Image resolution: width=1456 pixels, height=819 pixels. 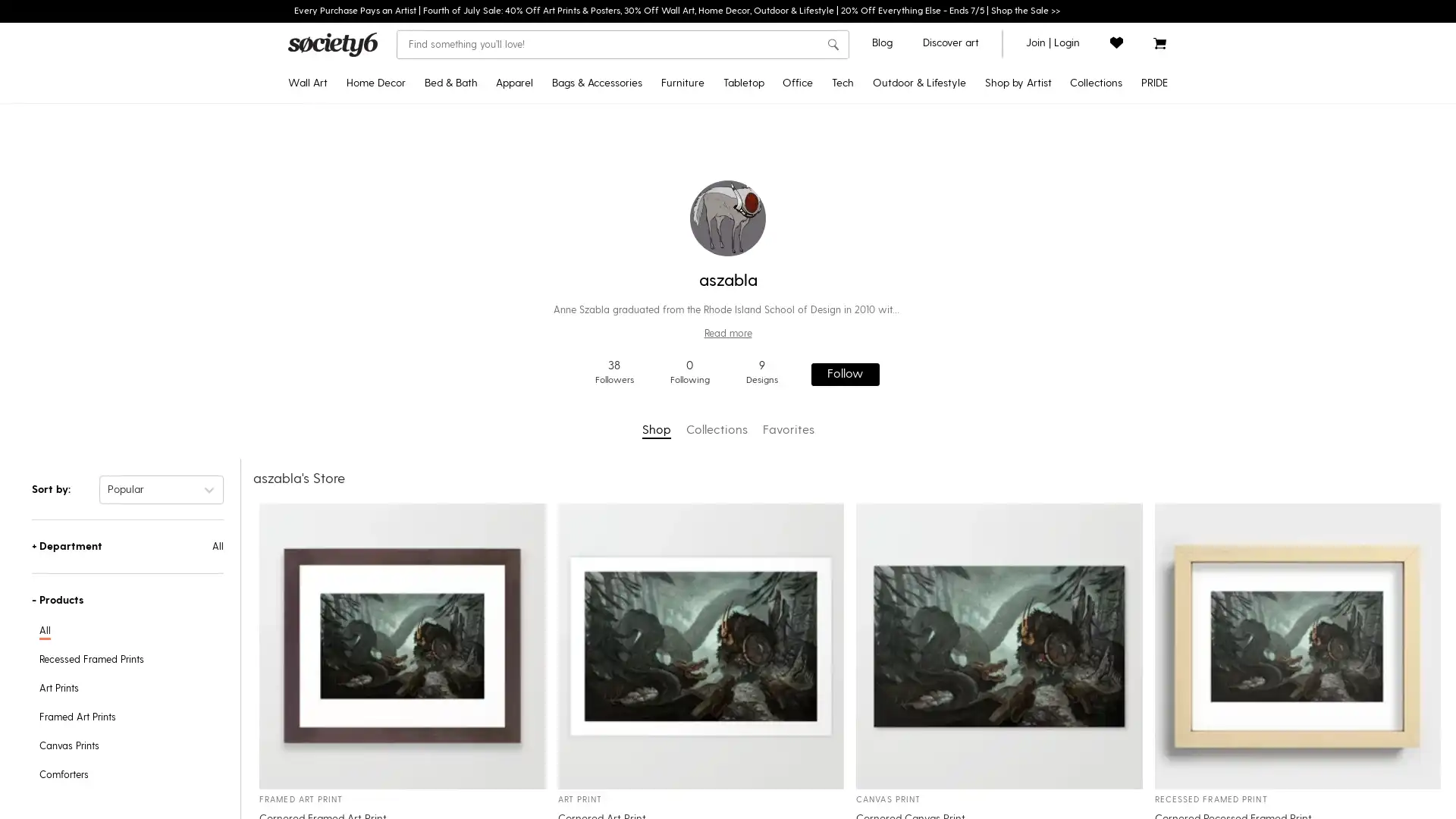 I want to click on V-Neck T-Shirts, so click(x=562, y=243).